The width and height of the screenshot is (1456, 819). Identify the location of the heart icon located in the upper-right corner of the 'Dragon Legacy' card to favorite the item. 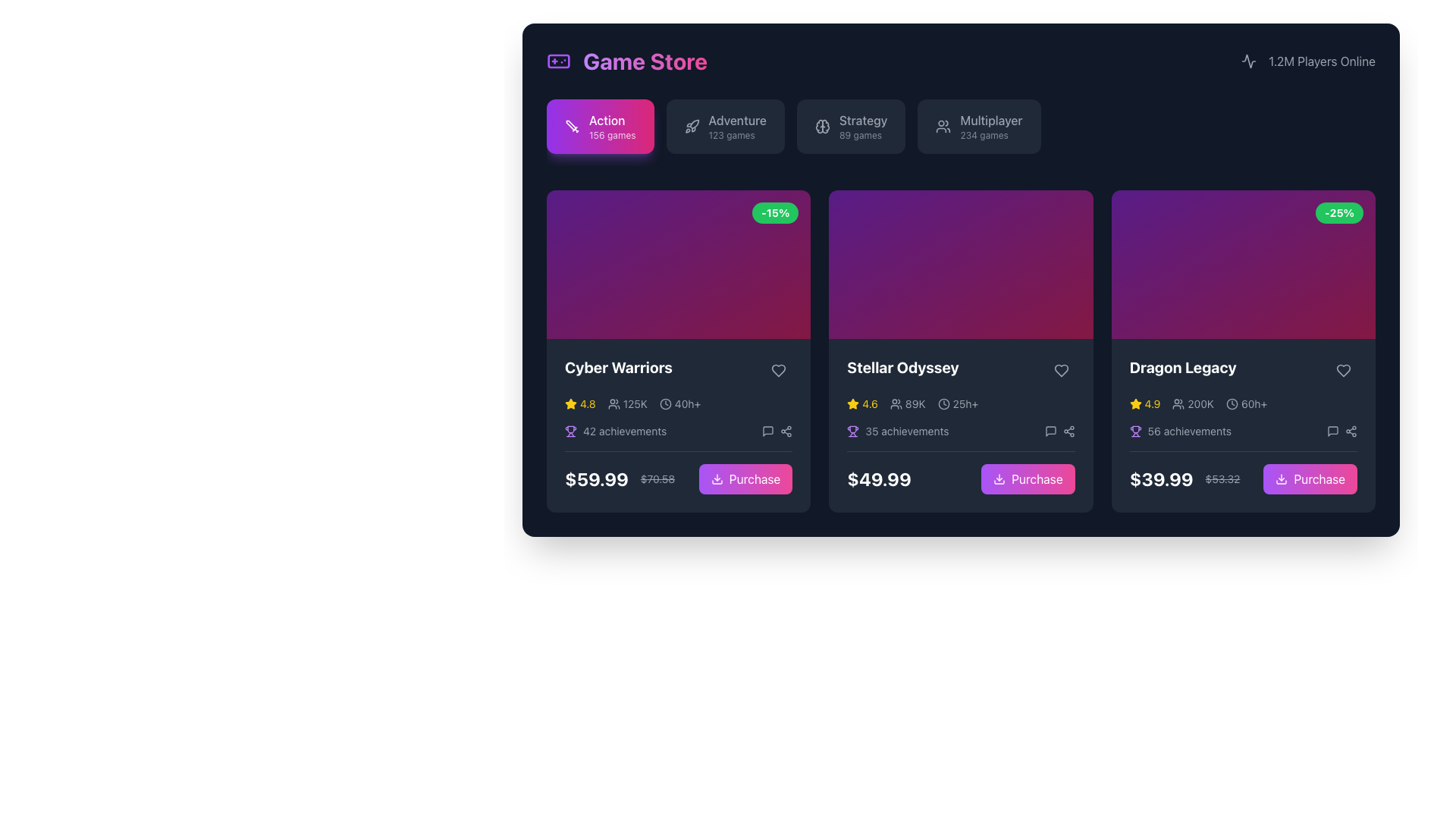
(1343, 370).